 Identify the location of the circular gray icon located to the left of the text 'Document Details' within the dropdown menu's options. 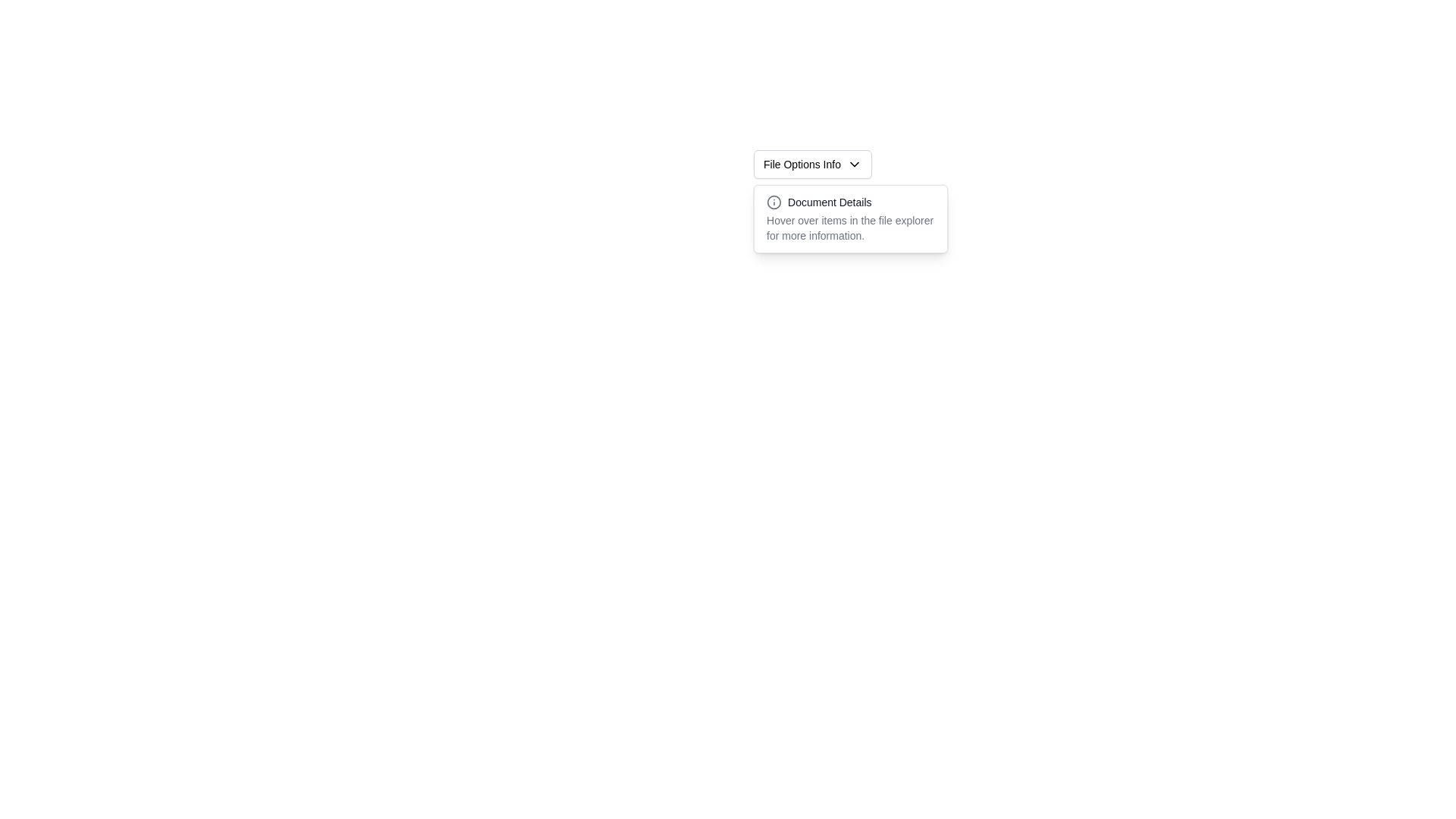
(774, 201).